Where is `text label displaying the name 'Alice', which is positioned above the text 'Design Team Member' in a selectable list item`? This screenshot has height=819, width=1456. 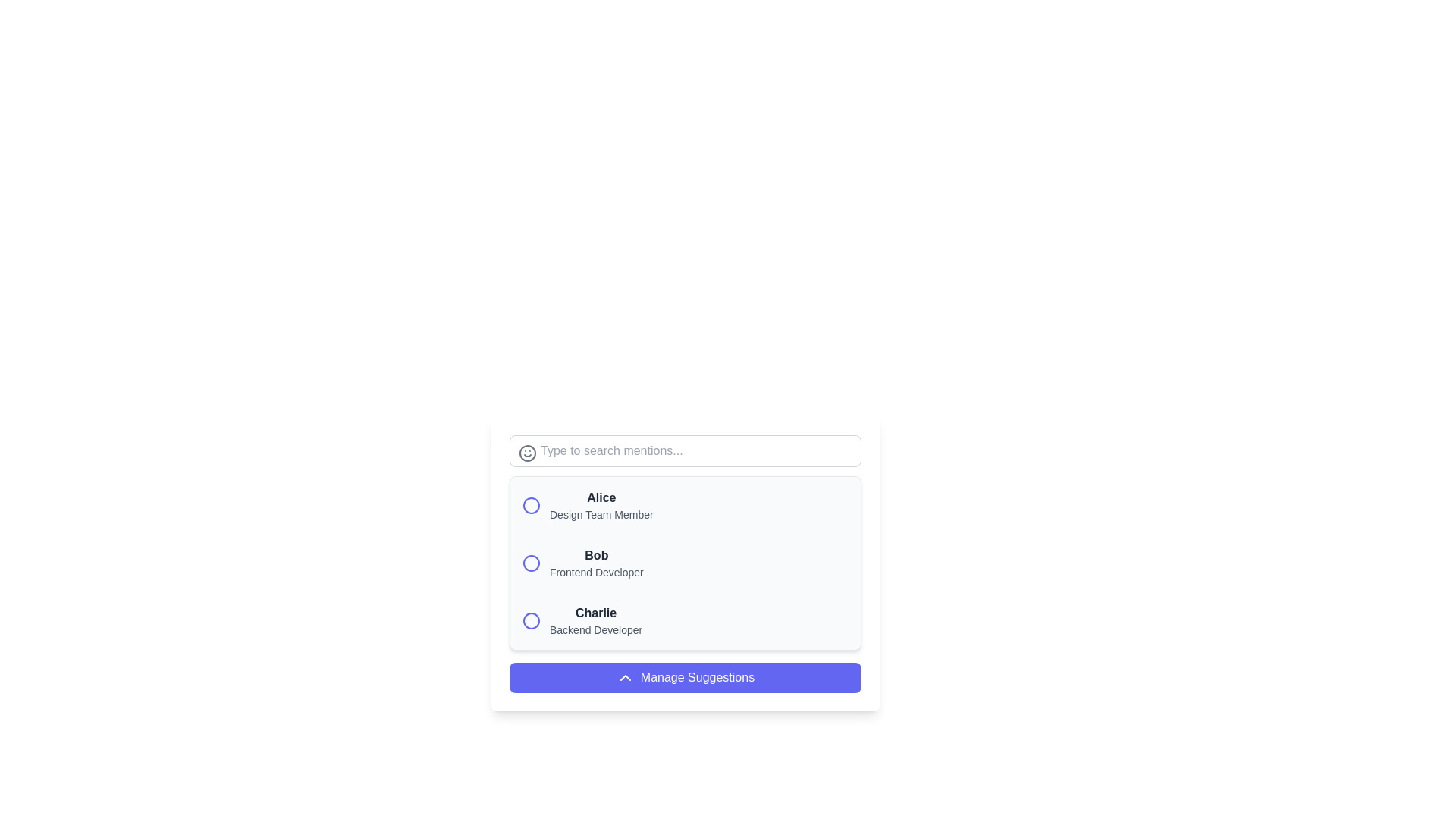
text label displaying the name 'Alice', which is positioned above the text 'Design Team Member' in a selectable list item is located at coordinates (601, 497).